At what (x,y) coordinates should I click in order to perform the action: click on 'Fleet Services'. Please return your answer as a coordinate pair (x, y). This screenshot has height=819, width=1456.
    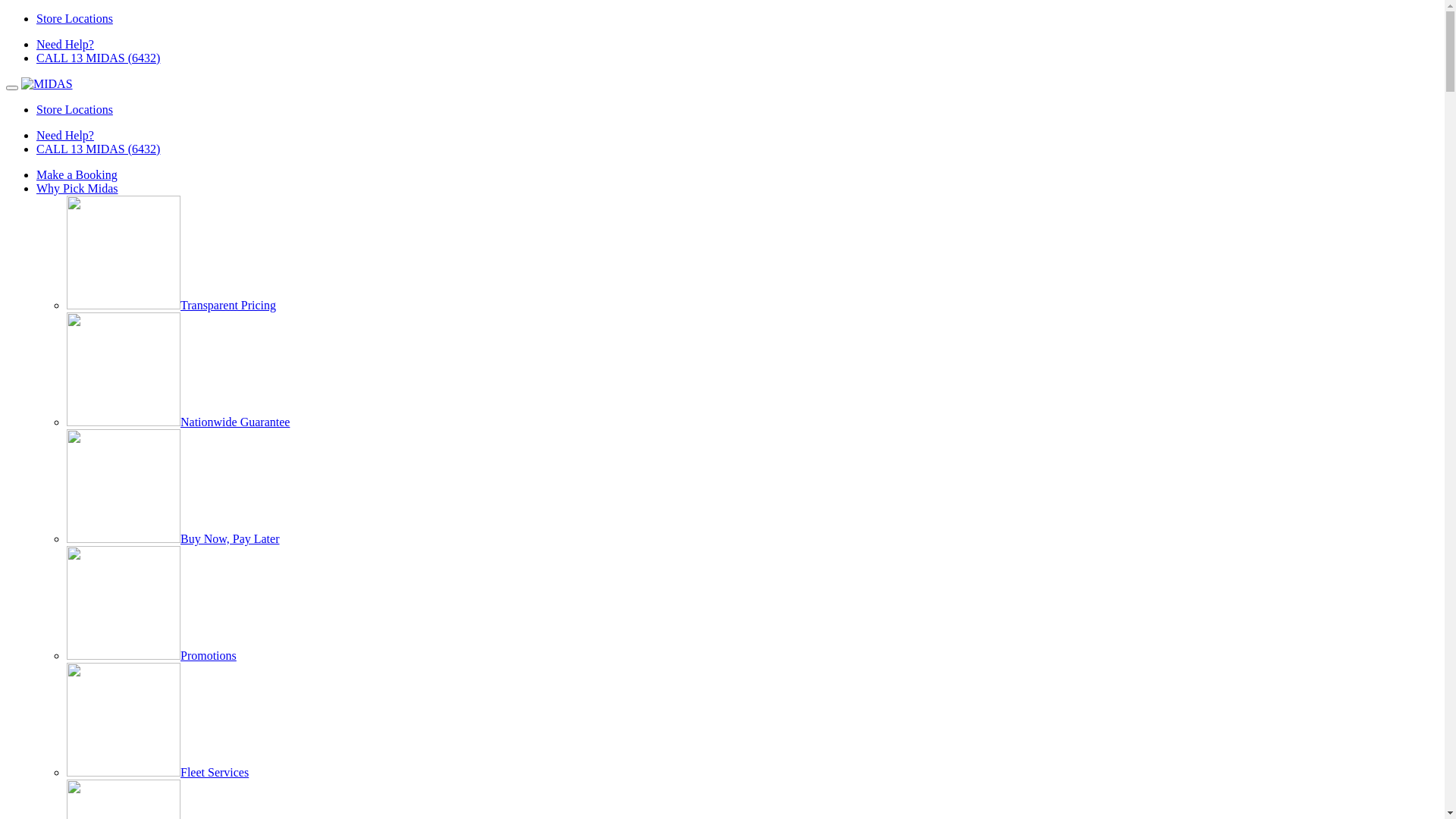
    Looking at the image, I should click on (157, 772).